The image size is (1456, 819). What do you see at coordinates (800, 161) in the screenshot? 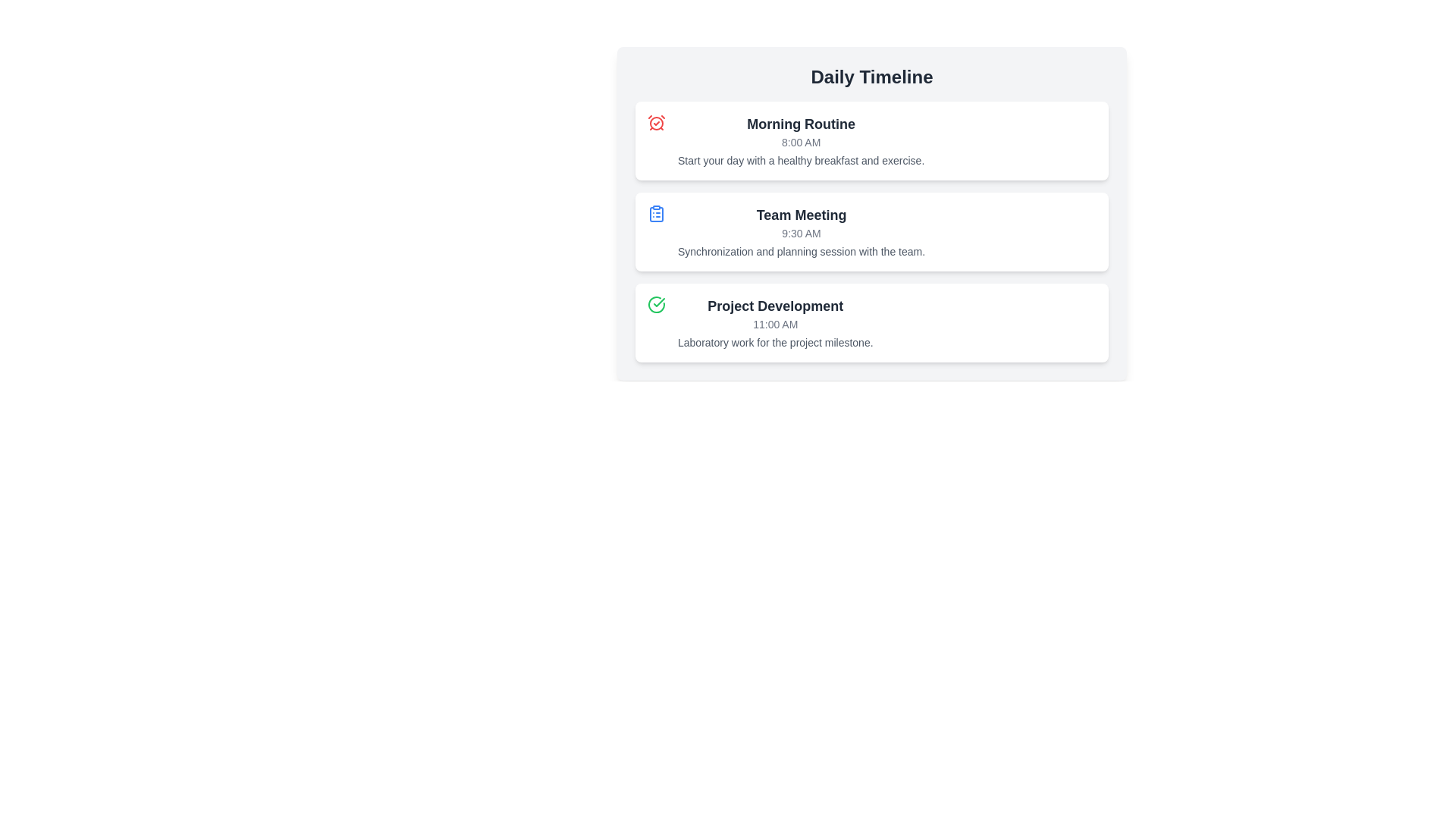
I see `the static text that provides additional descriptive details about the 'Morning Routine', positioned below the title and timestamp in the top-left section of the interface` at bounding box center [800, 161].